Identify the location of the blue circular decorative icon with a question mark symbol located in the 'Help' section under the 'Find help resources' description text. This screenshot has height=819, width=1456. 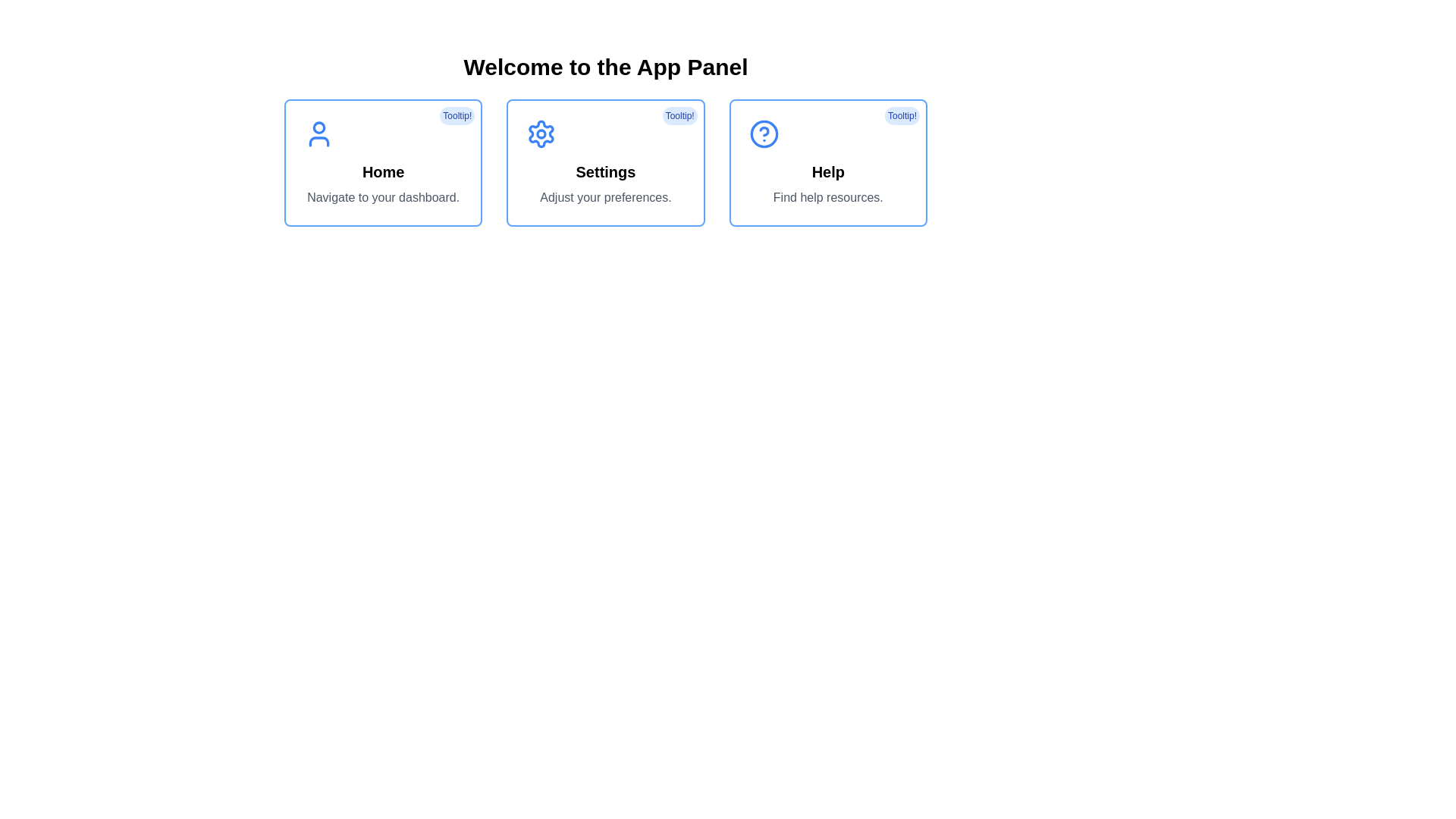
(764, 133).